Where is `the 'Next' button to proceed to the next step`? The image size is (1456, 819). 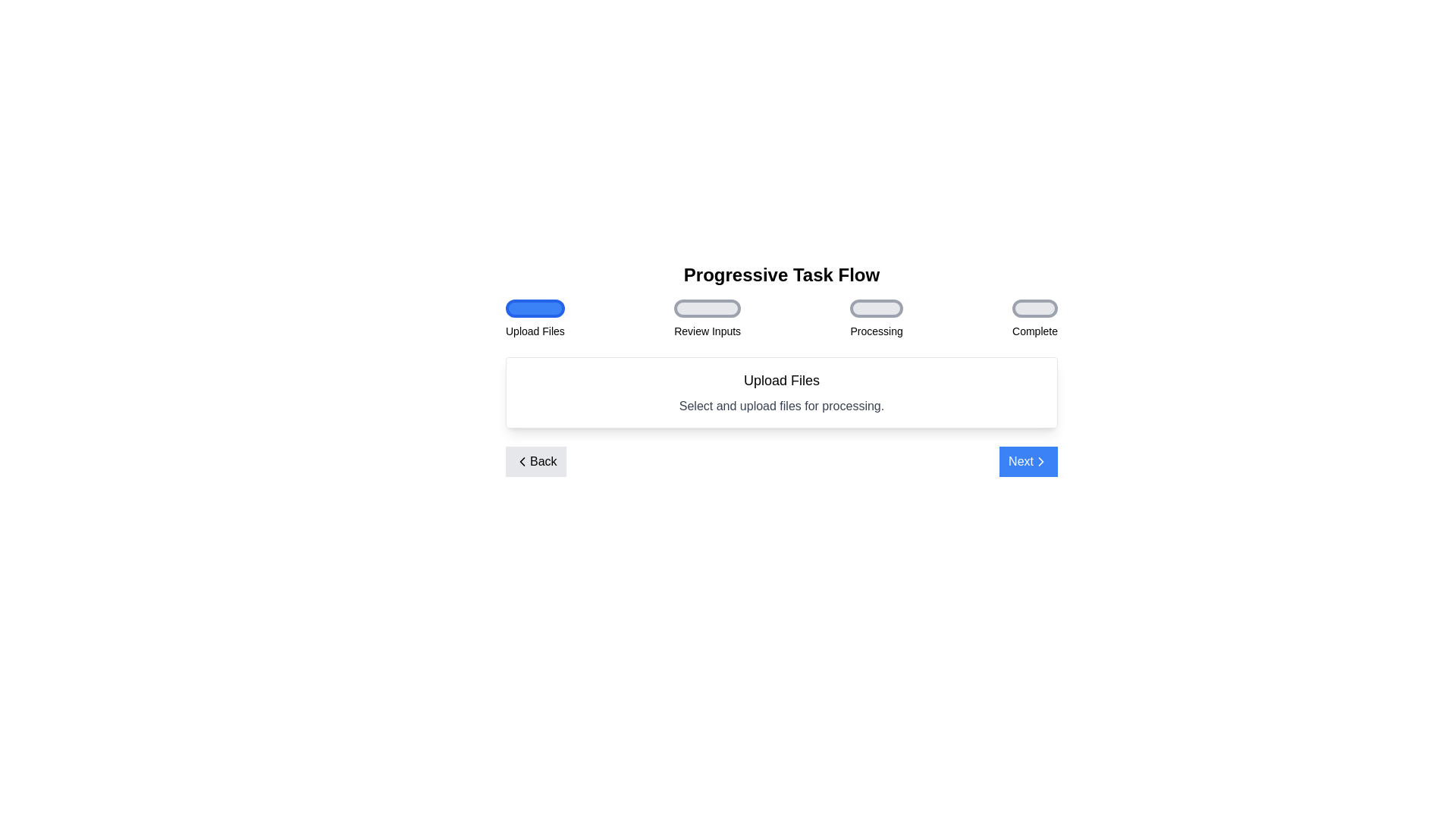 the 'Next' button to proceed to the next step is located at coordinates (1028, 461).